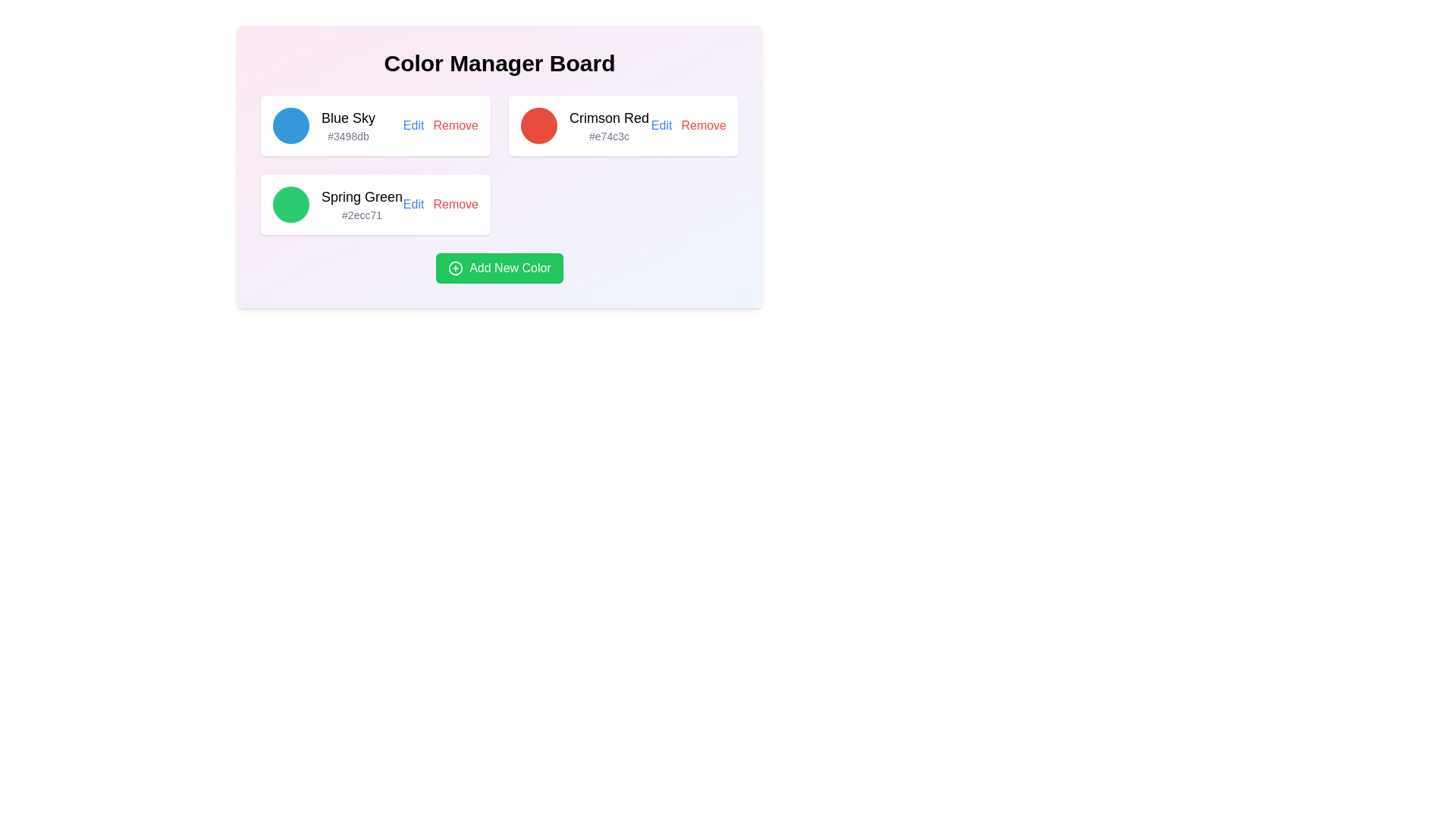 This screenshot has height=819, width=1456. What do you see at coordinates (510, 268) in the screenshot?
I see `the text label within the button that indicates adding a new color to the list` at bounding box center [510, 268].